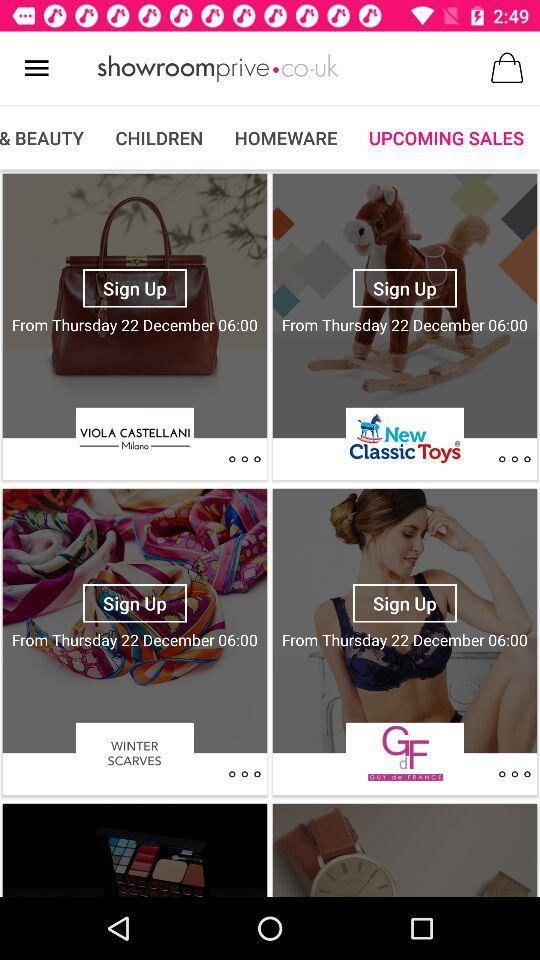  What do you see at coordinates (135, 620) in the screenshot?
I see `the second row first box` at bounding box center [135, 620].